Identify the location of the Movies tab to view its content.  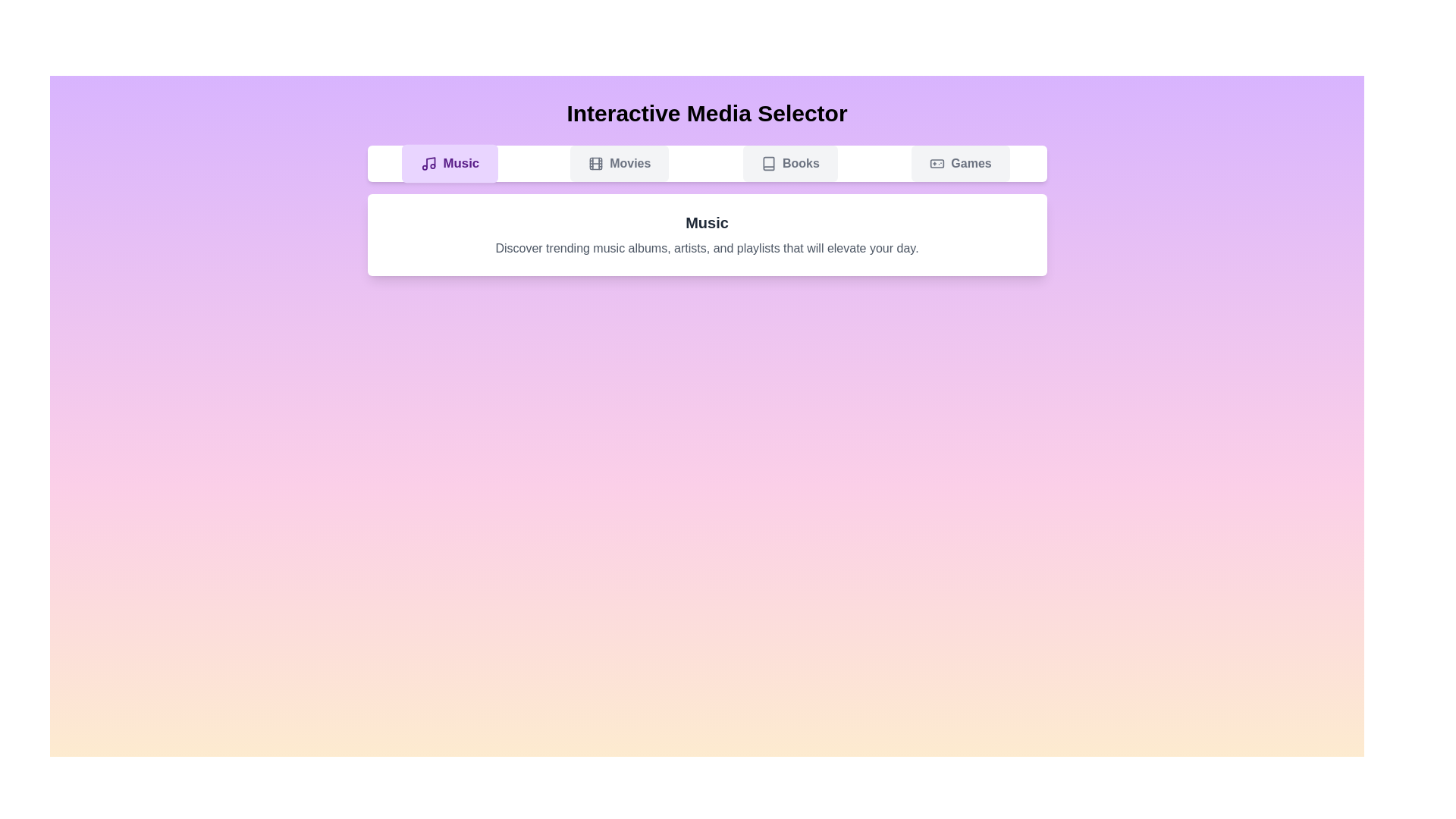
(620, 164).